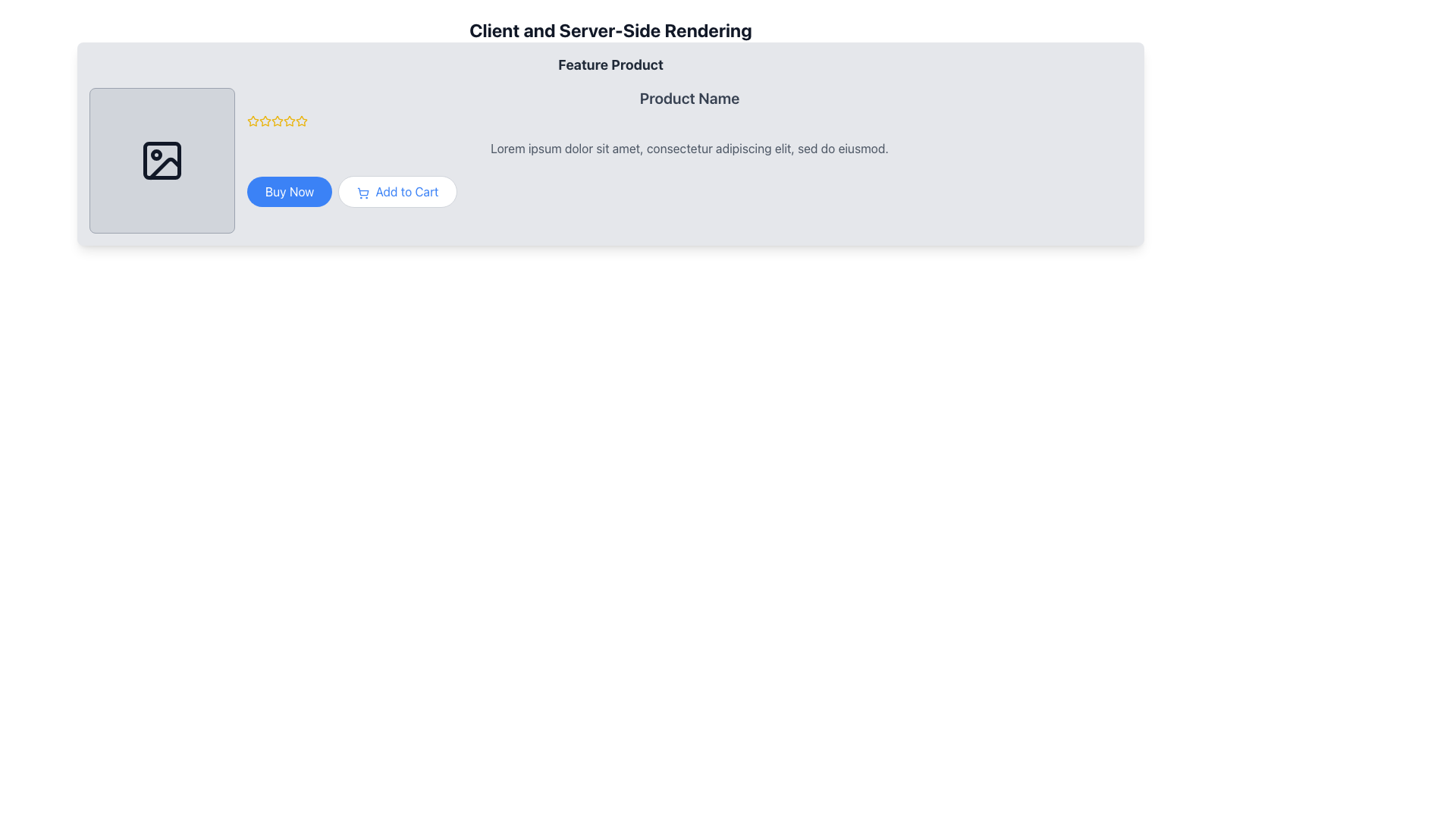 The width and height of the screenshot is (1456, 819). What do you see at coordinates (362, 192) in the screenshot?
I see `the small blue shopping cart icon` at bounding box center [362, 192].